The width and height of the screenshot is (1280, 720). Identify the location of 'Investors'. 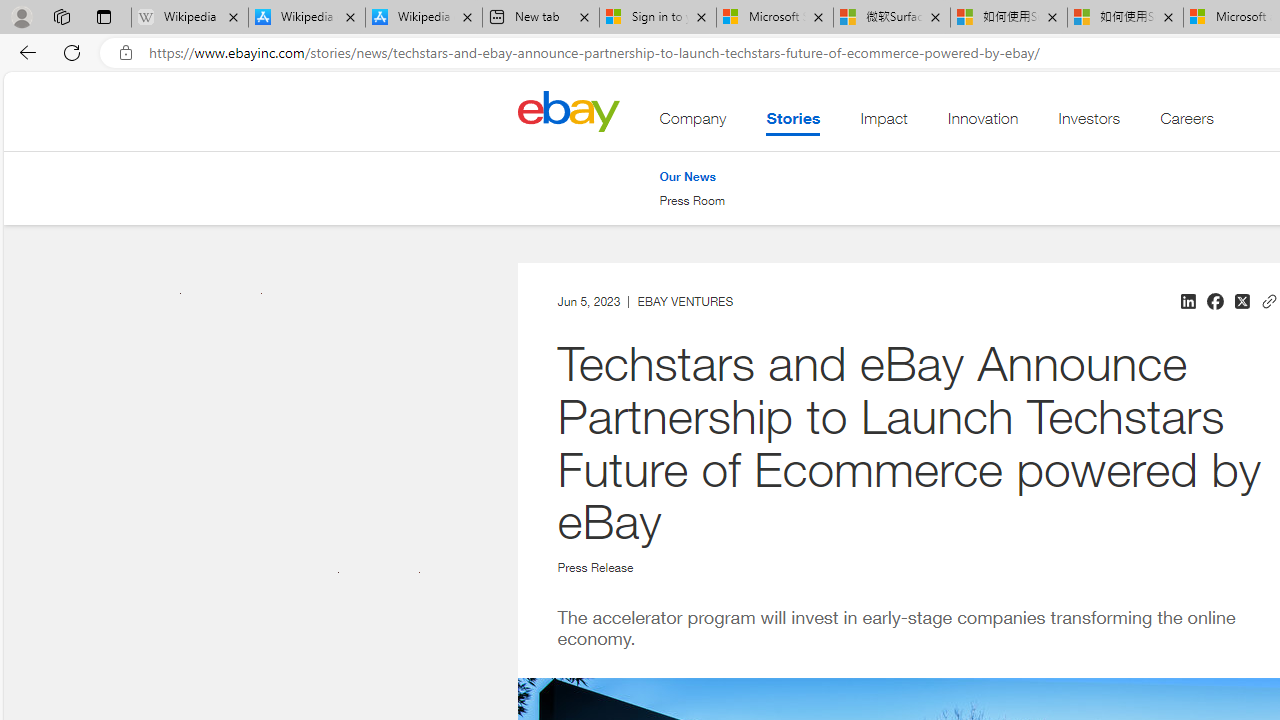
(1088, 123).